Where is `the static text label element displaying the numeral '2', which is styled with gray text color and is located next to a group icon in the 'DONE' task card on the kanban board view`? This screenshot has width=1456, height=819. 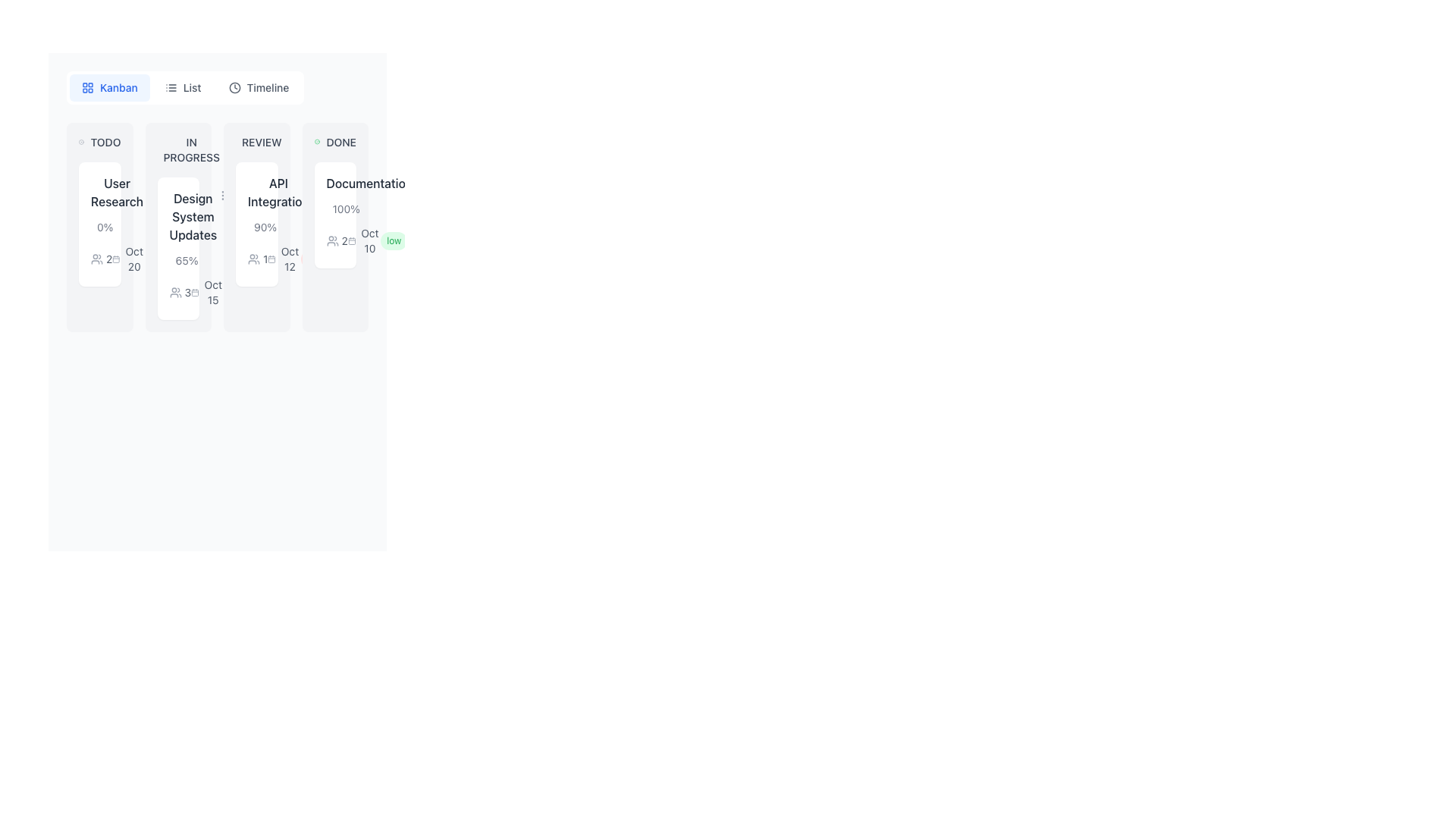
the static text label element displaying the numeral '2', which is styled with gray text color and is located next to a group icon in the 'DONE' task card on the kanban board view is located at coordinates (344, 240).